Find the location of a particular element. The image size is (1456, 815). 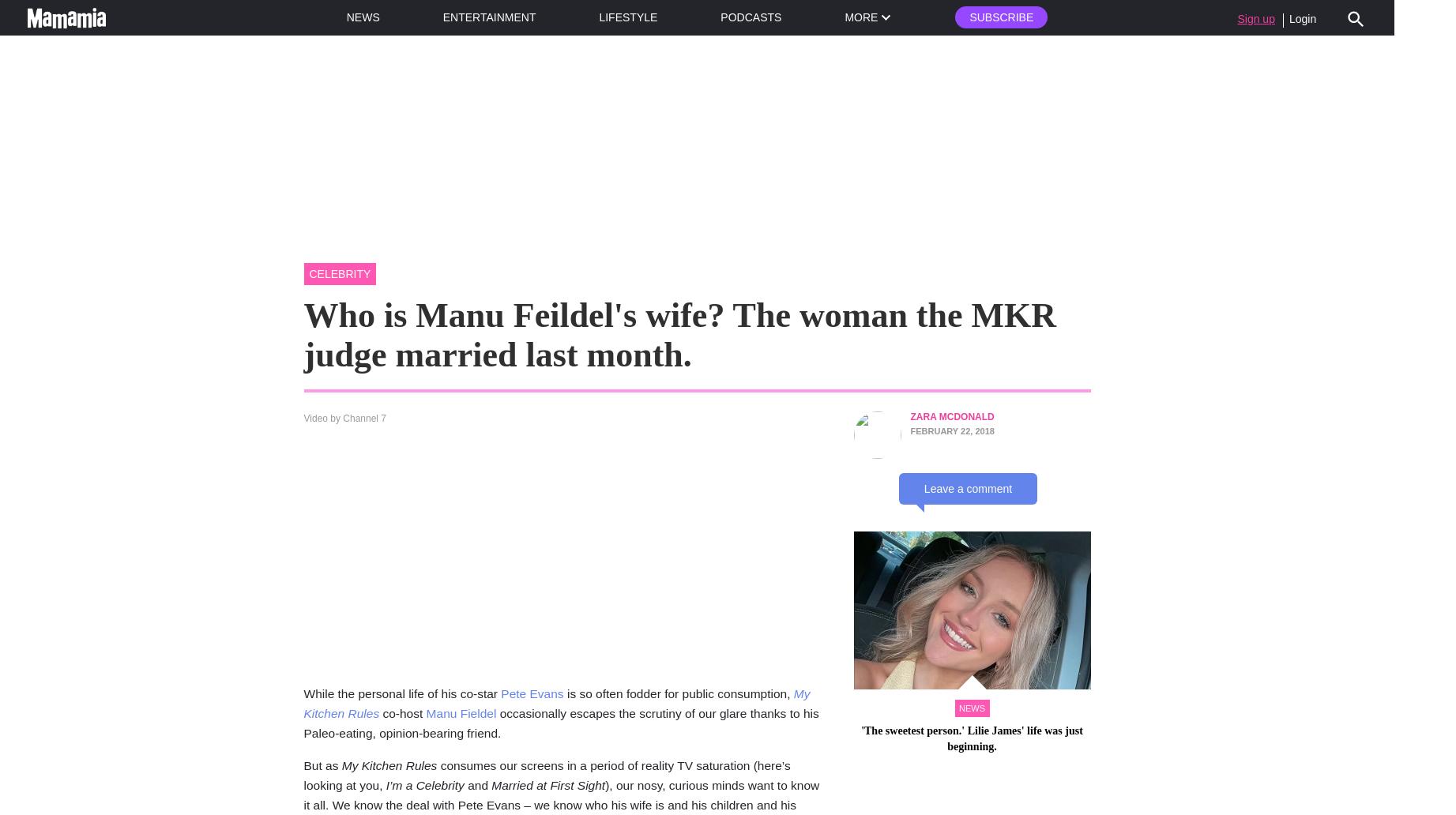

'But as' is located at coordinates (322, 764).